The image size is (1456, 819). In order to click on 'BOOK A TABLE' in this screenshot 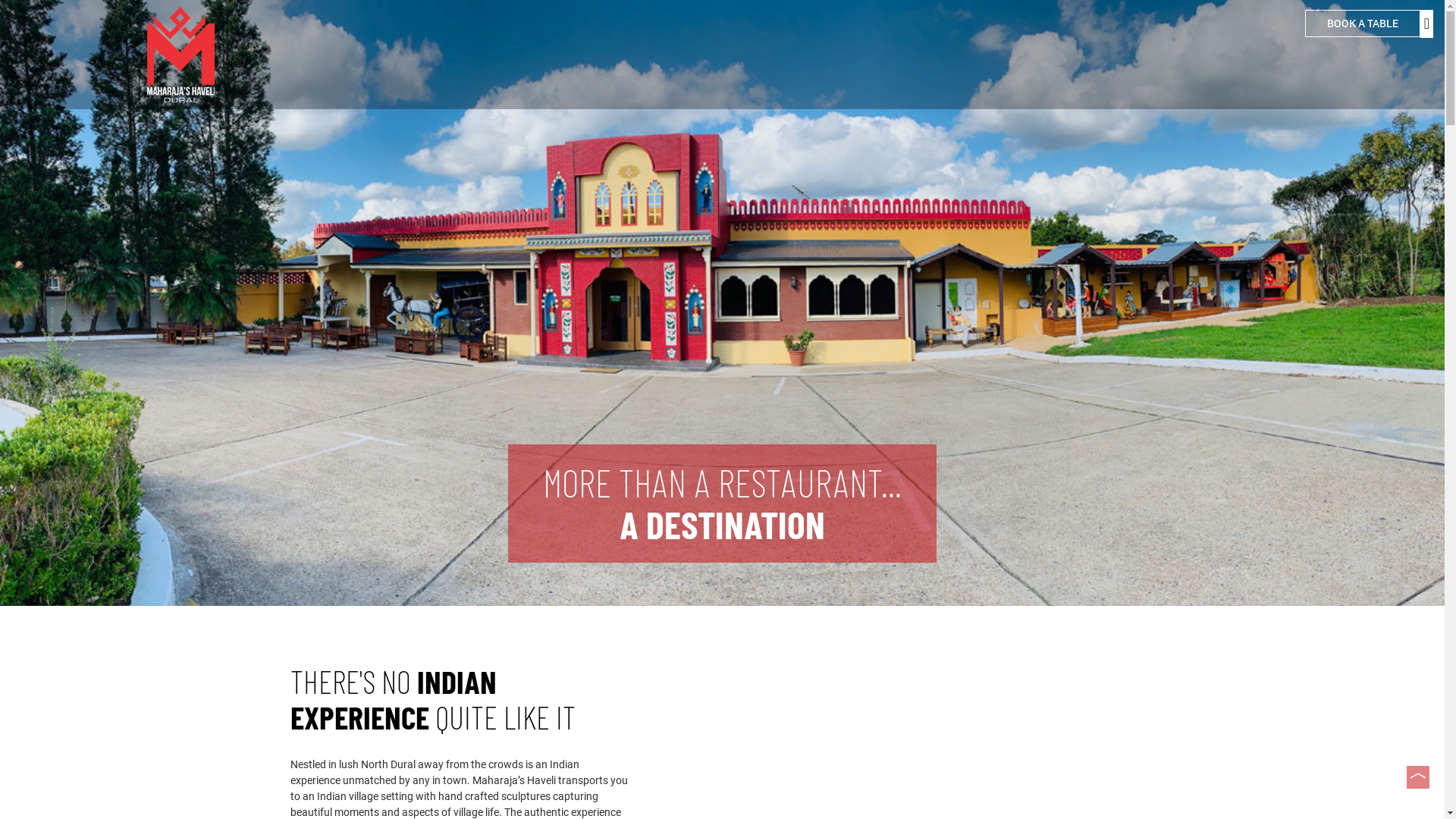, I will do `click(1362, 23)`.